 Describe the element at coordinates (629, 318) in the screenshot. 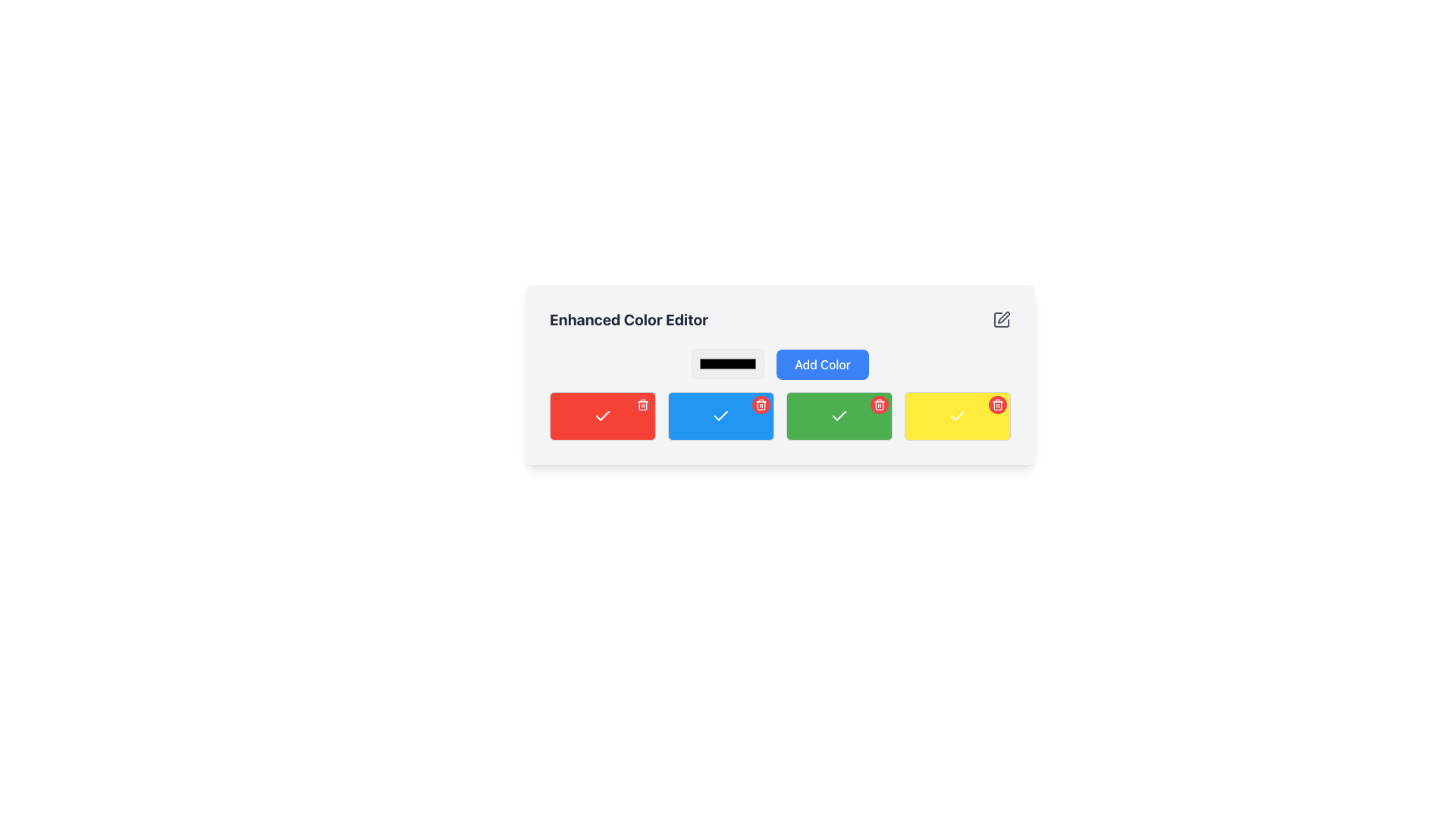

I see `the text label located at the top-left corner of the color editing section, which describes its functionality` at that location.